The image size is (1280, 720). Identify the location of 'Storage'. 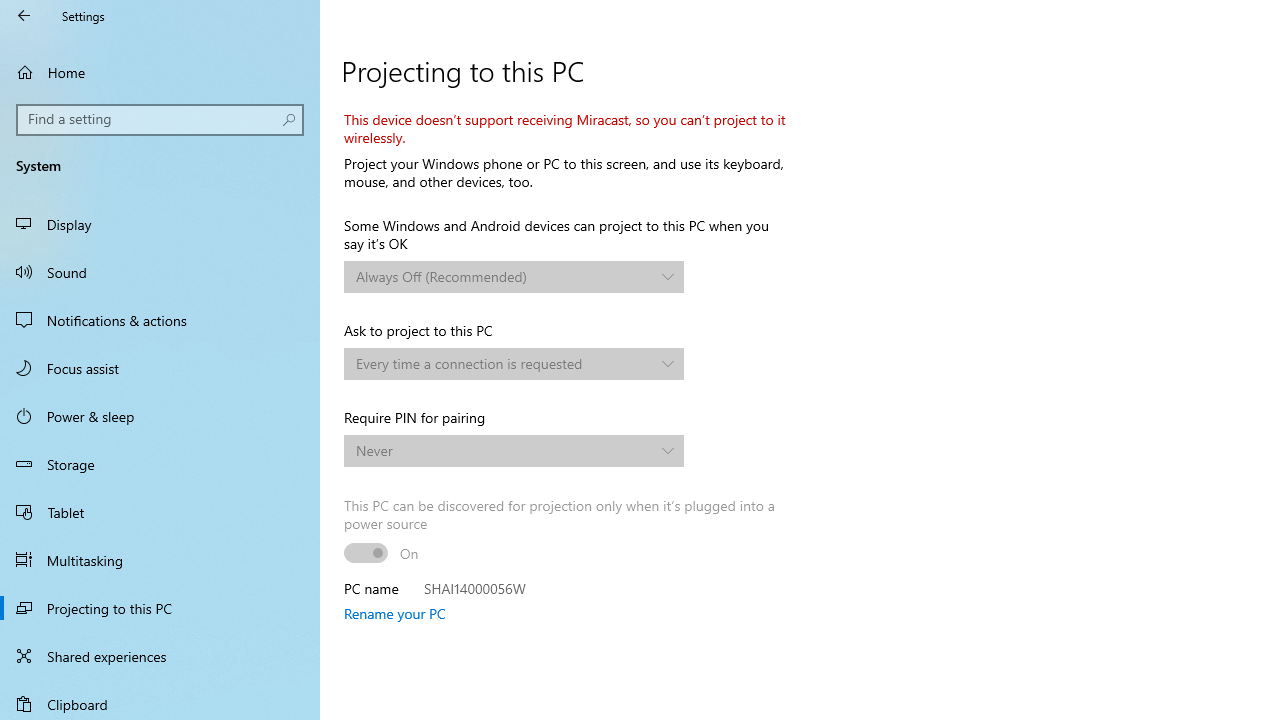
(160, 464).